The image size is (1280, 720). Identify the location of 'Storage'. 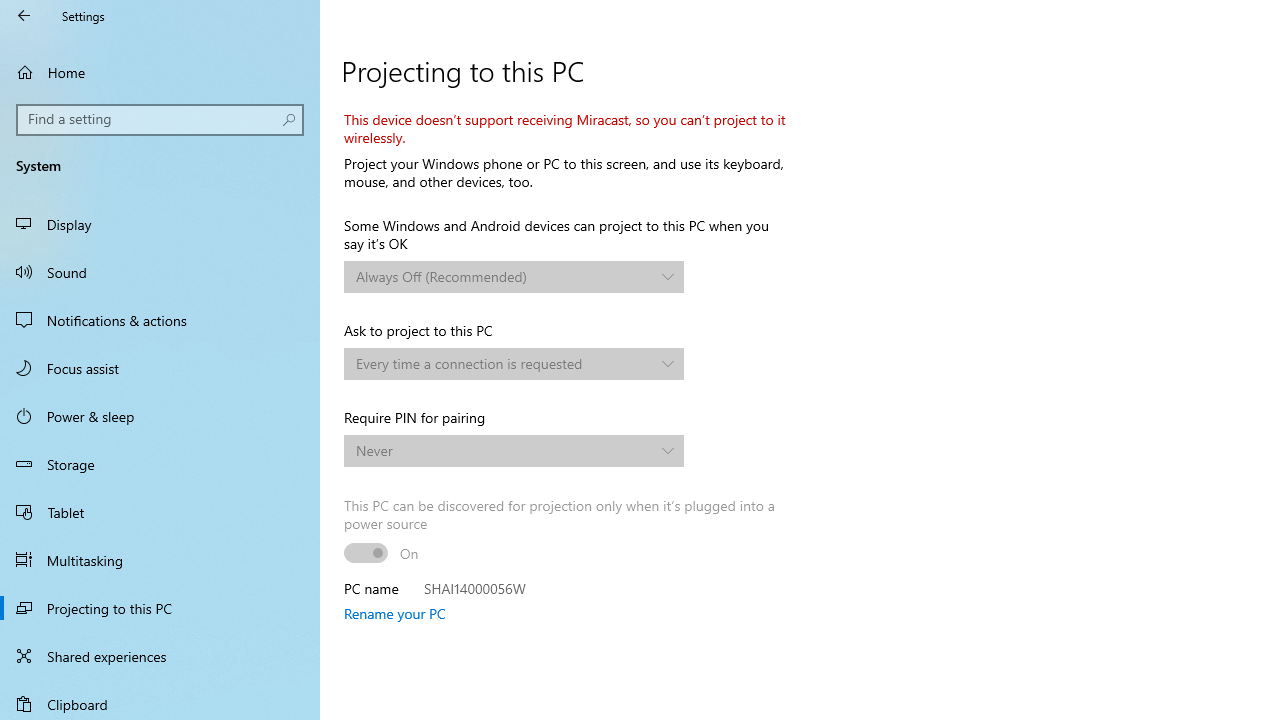
(160, 464).